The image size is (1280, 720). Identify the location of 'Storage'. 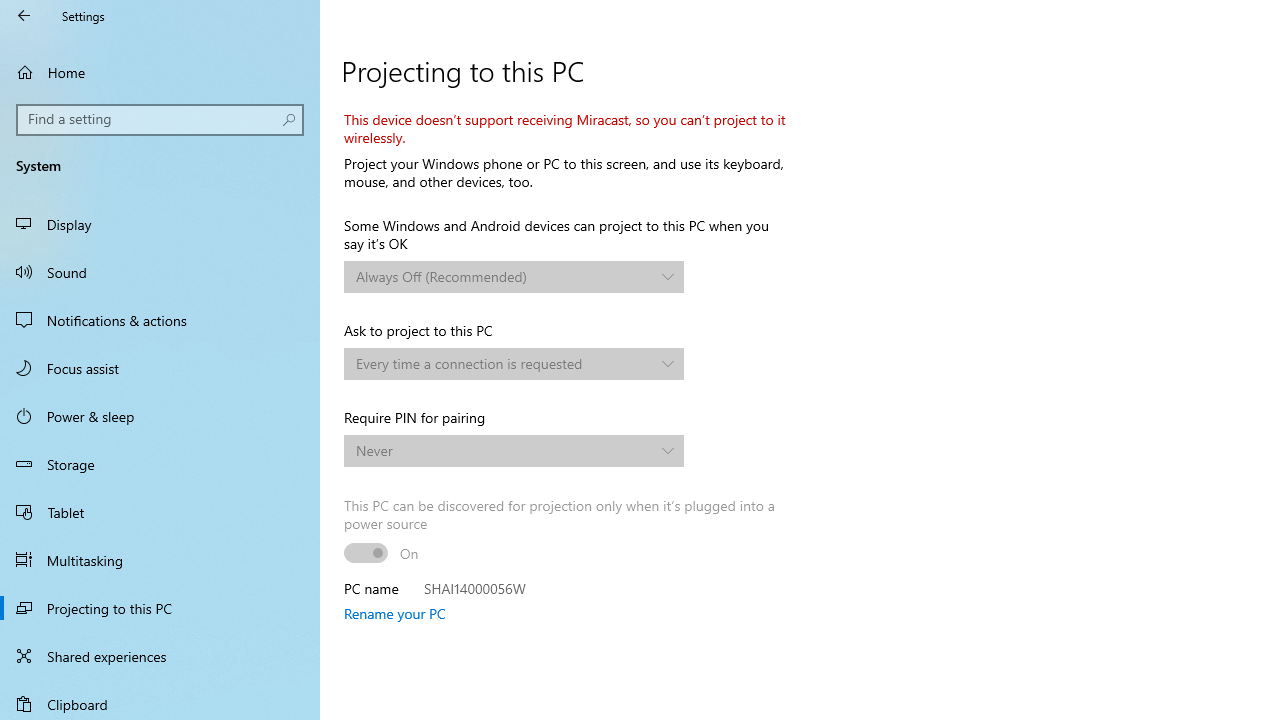
(160, 464).